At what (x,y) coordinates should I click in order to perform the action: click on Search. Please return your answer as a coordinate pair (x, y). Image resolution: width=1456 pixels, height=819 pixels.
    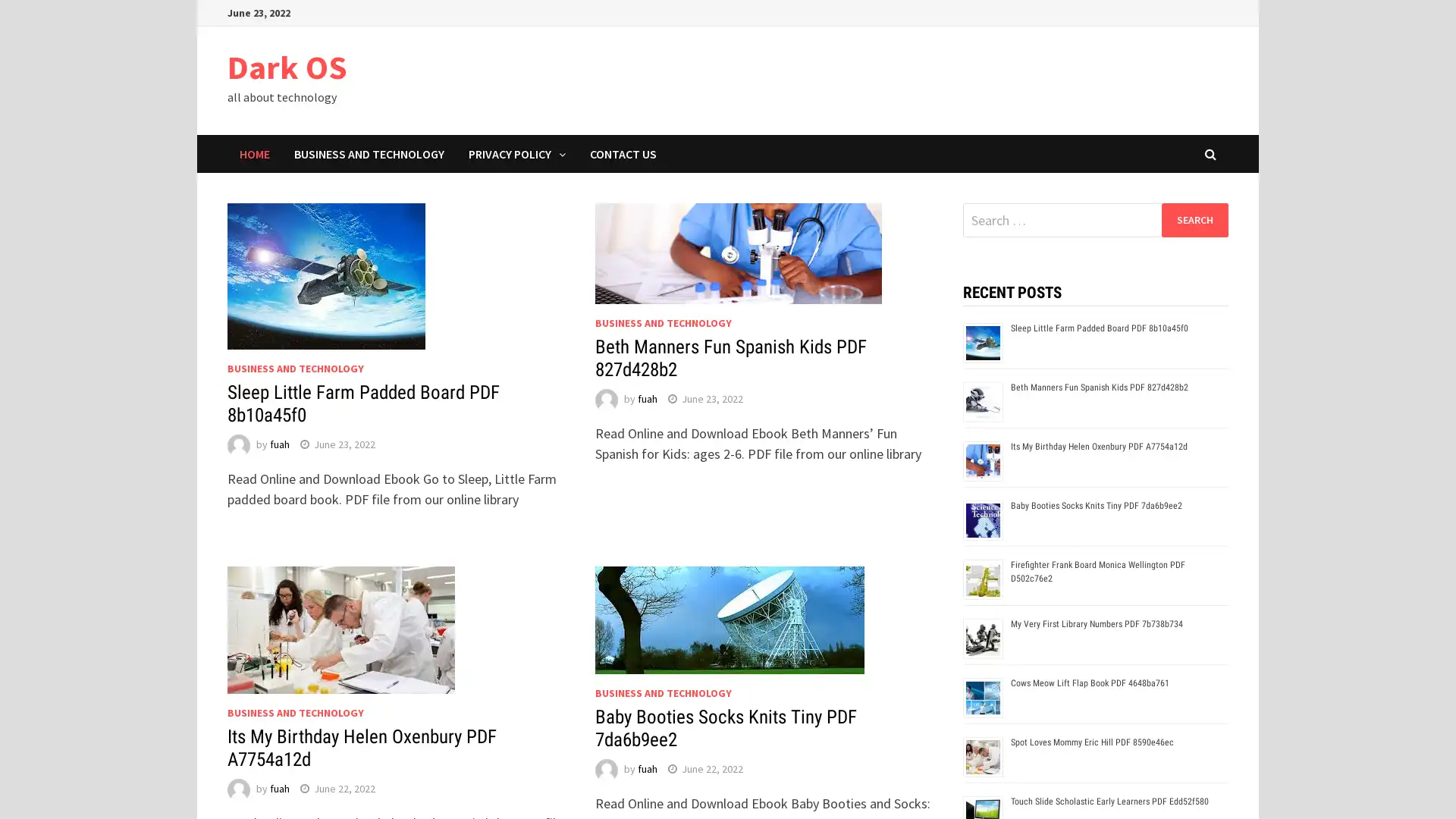
    Looking at the image, I should click on (1194, 219).